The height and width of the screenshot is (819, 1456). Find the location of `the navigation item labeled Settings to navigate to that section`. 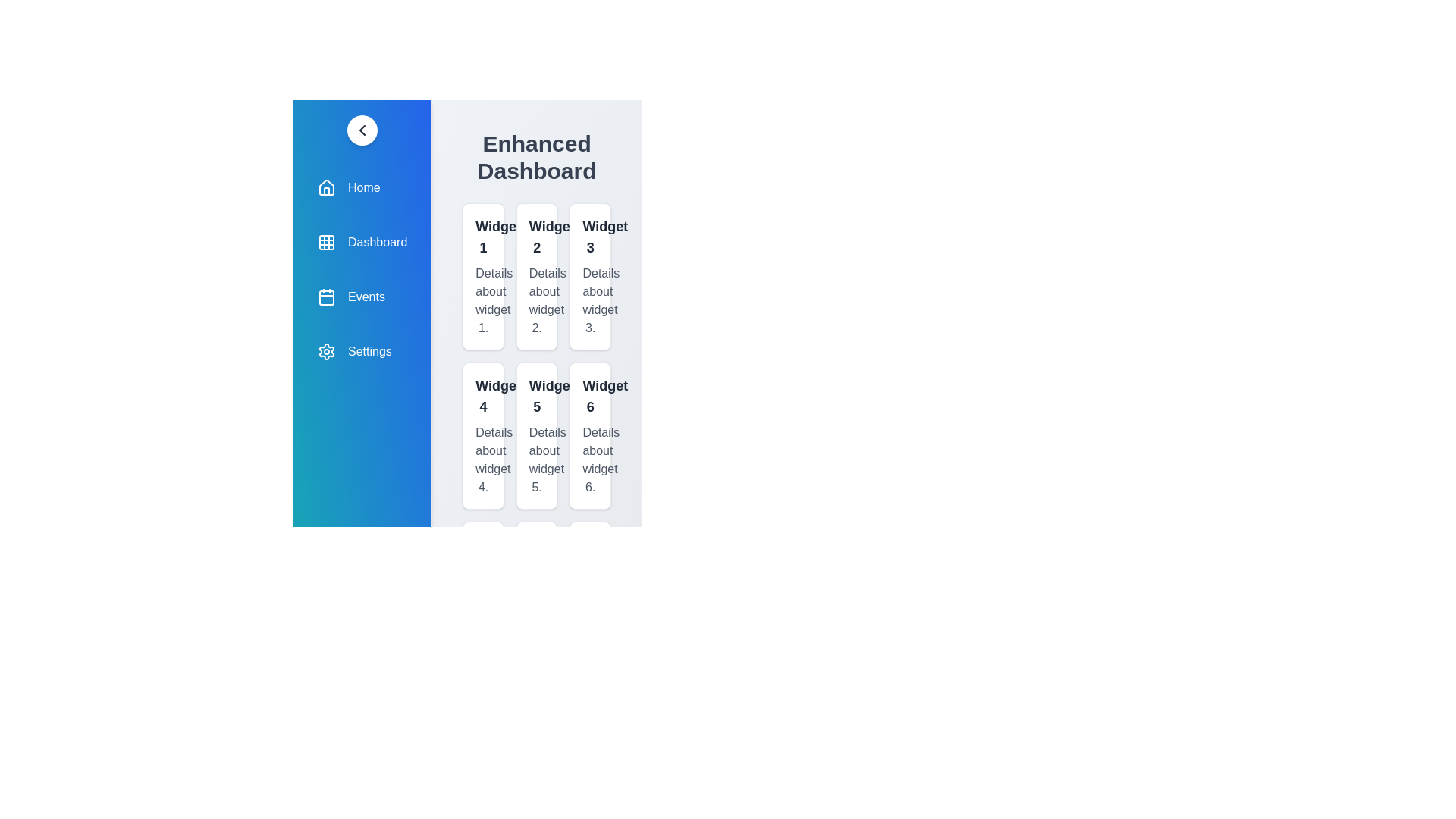

the navigation item labeled Settings to navigate to that section is located at coordinates (362, 351).